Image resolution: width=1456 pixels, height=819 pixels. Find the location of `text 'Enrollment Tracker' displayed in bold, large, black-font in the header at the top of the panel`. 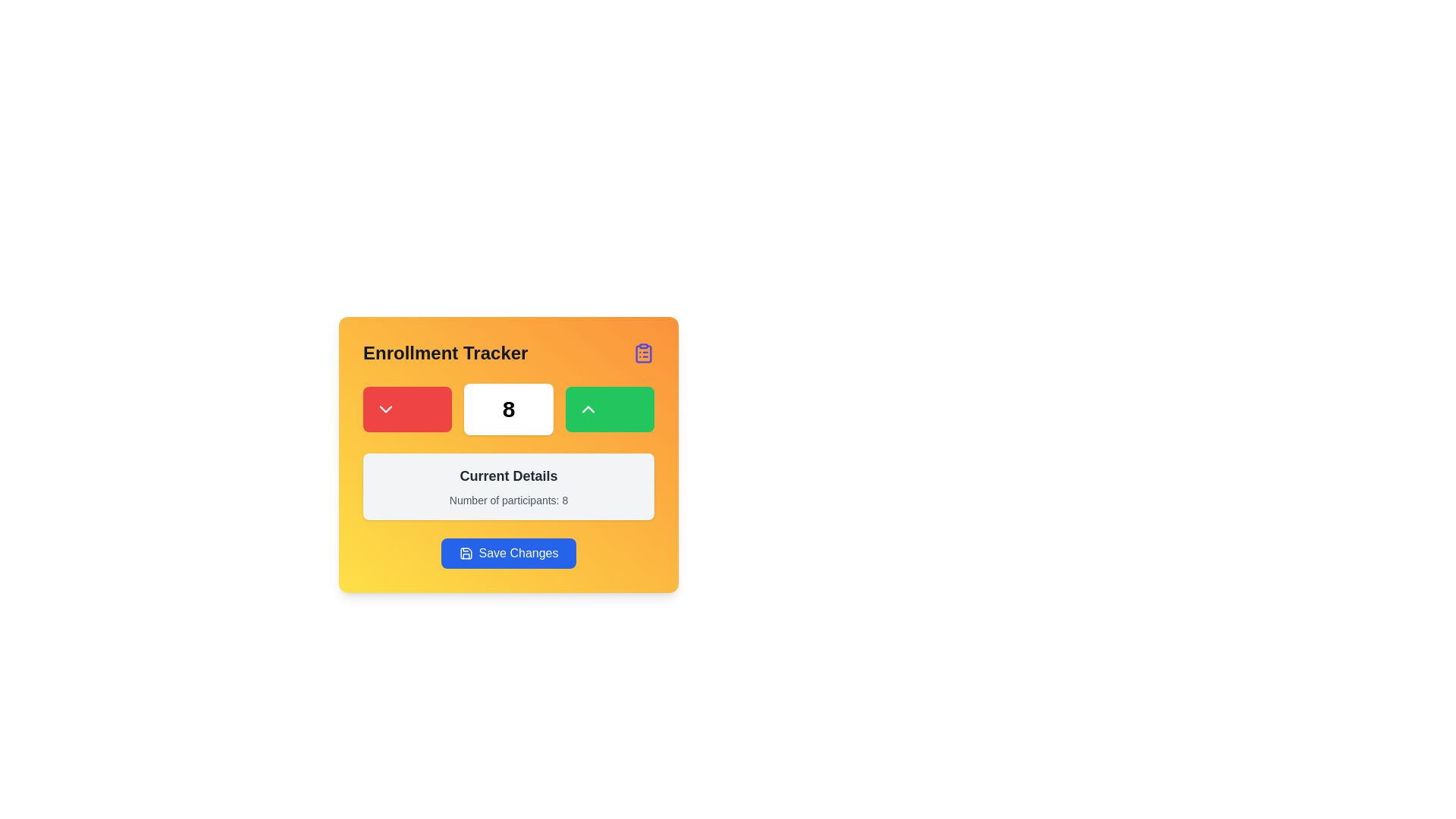

text 'Enrollment Tracker' displayed in bold, large, black-font in the header at the top of the panel is located at coordinates (509, 353).